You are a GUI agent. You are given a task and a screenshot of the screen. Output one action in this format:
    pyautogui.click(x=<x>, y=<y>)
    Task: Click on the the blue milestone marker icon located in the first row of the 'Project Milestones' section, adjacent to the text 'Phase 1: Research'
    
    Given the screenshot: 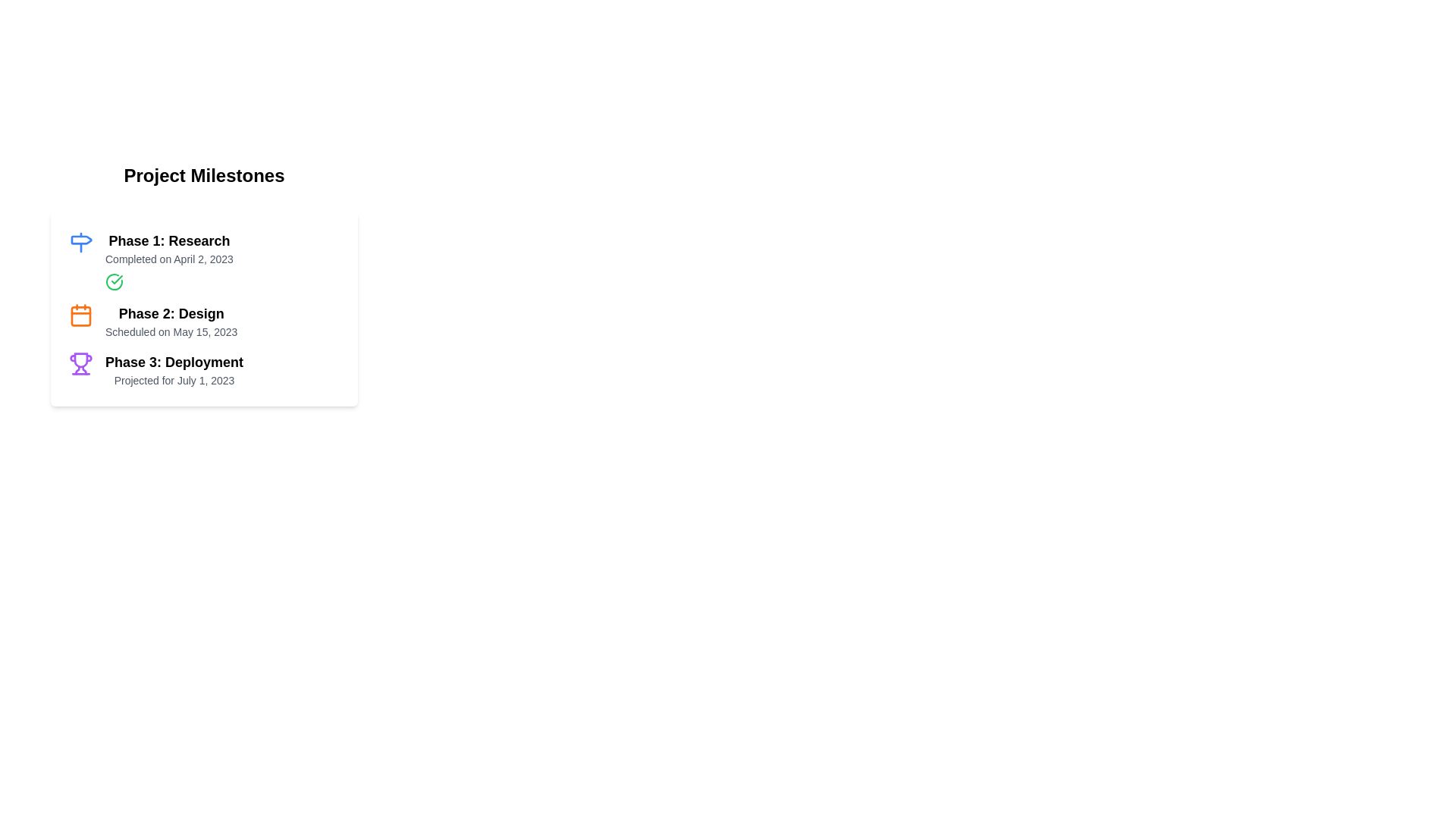 What is the action you would take?
    pyautogui.click(x=80, y=242)
    